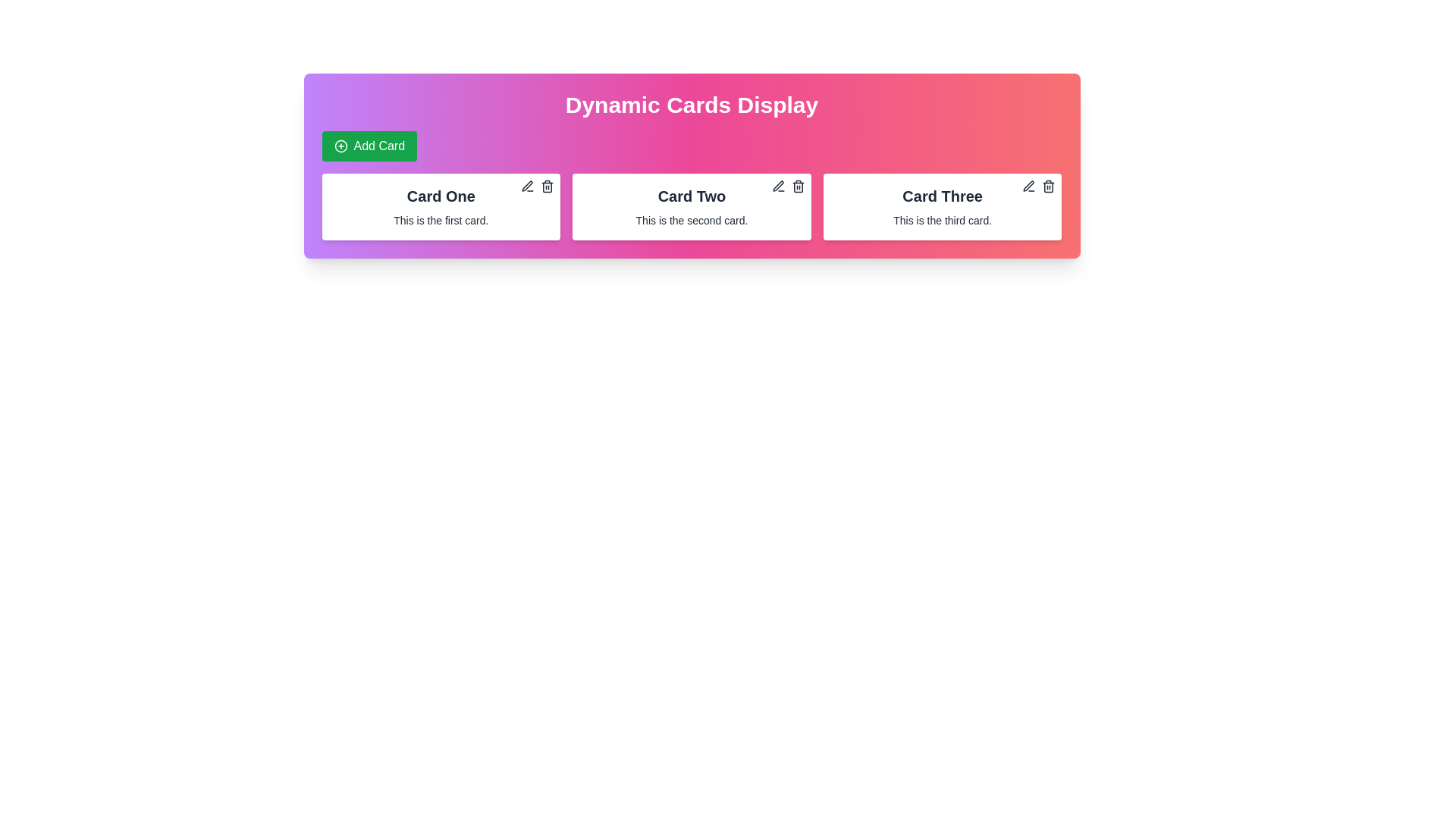 The height and width of the screenshot is (819, 1456). What do you see at coordinates (440, 220) in the screenshot?
I see `the static text element that summarizes the main idea of 'Card One', positioned at the bottom center of the first card` at bounding box center [440, 220].